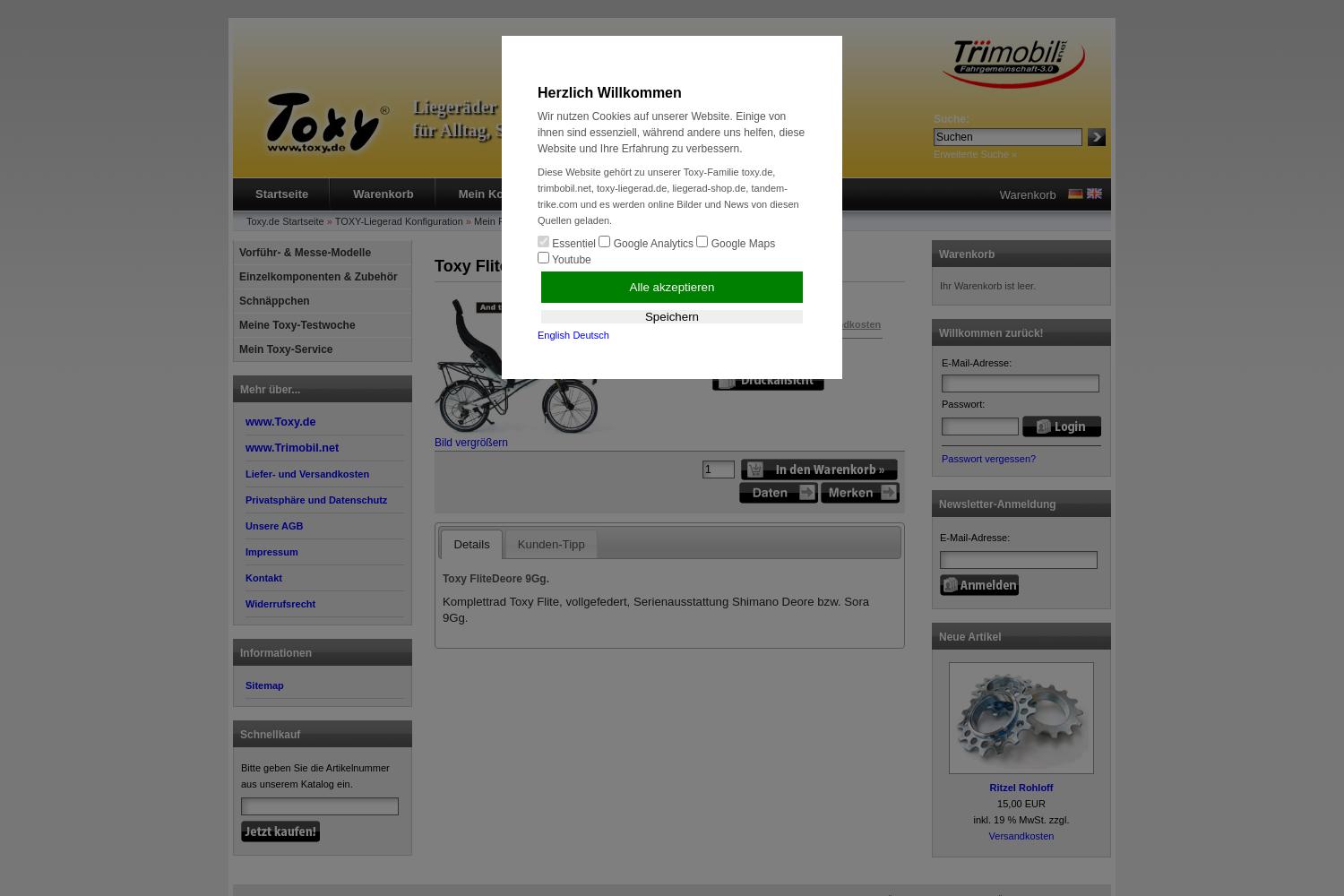 The image size is (1344, 896). Describe the element at coordinates (934, 154) in the screenshot. I see `'Erweiterte Suche »'` at that location.